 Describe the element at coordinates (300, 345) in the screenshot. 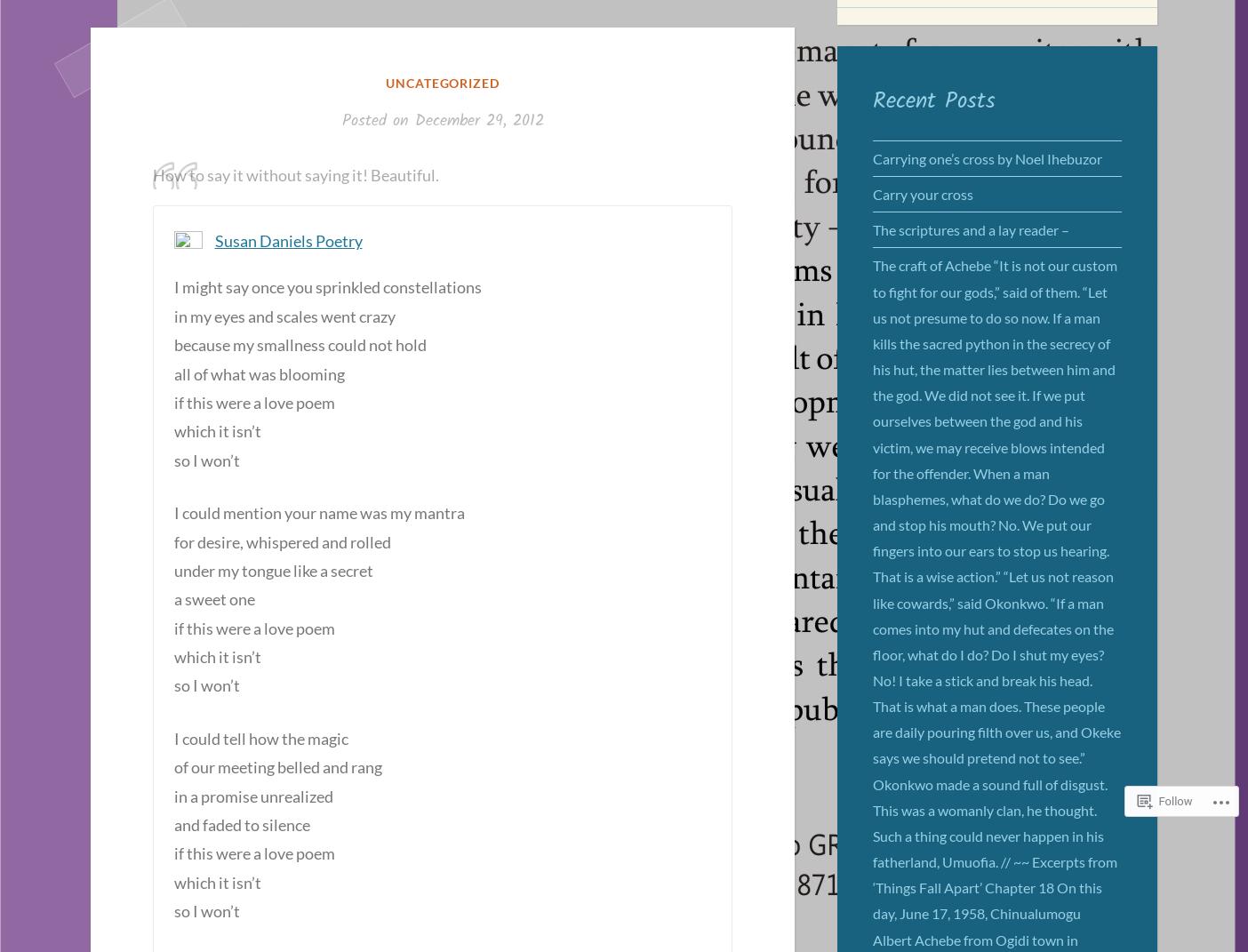

I see `'because my smallness could not hold'` at that location.